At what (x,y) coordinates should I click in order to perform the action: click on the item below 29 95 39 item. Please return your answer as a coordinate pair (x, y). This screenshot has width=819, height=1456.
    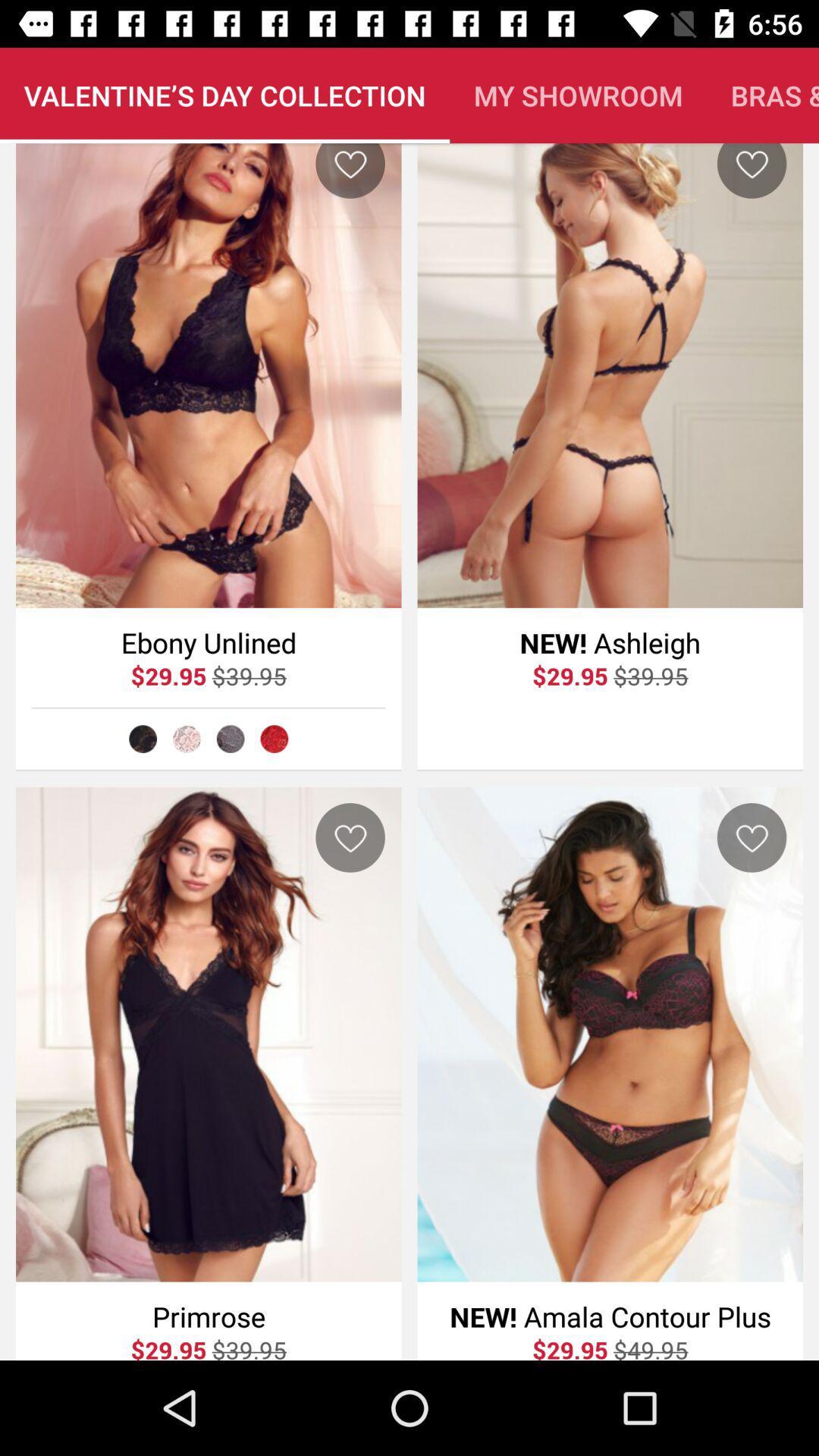
    Looking at the image, I should click on (274, 739).